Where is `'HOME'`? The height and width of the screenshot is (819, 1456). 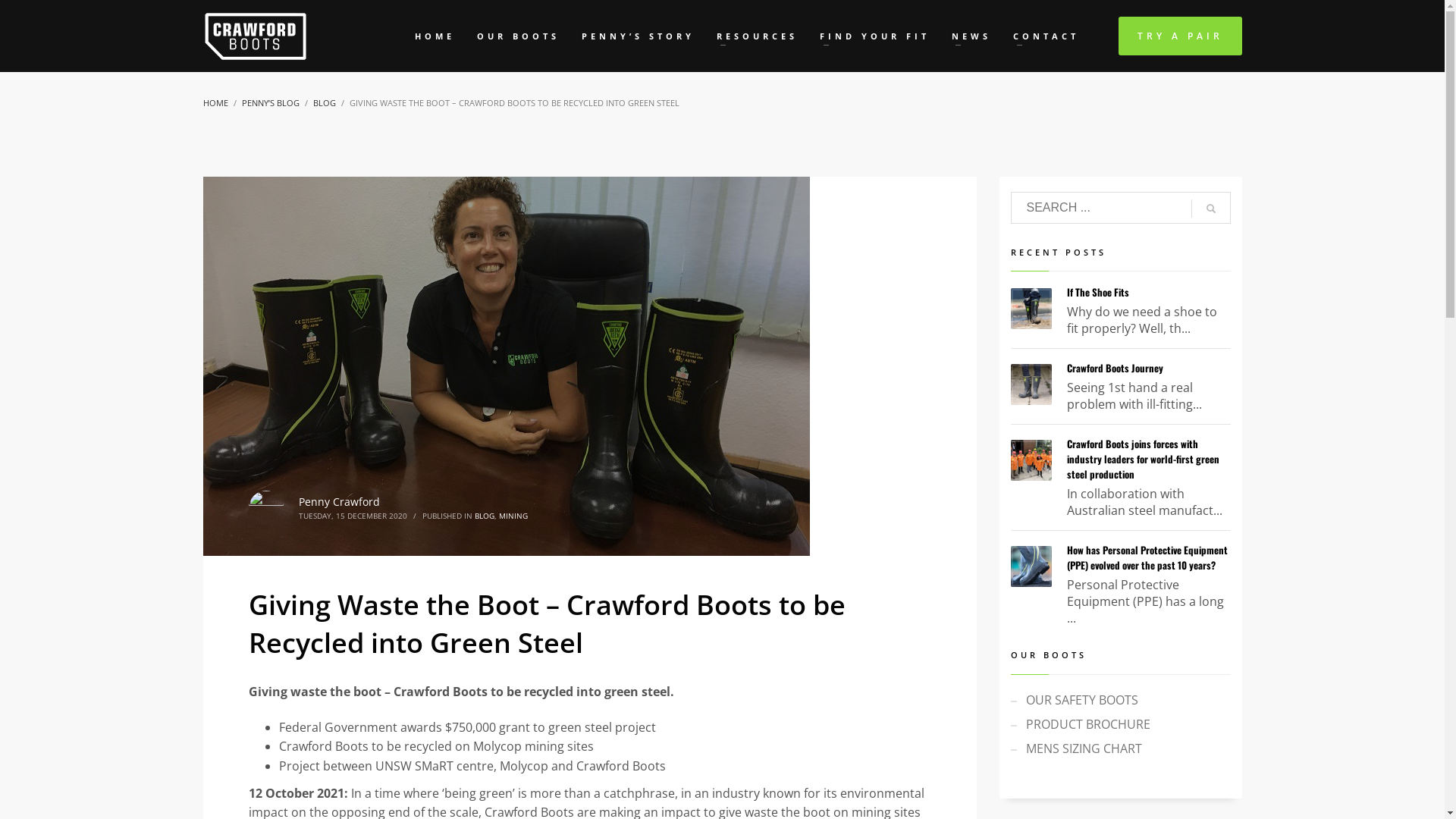 'HOME' is located at coordinates (404, 34).